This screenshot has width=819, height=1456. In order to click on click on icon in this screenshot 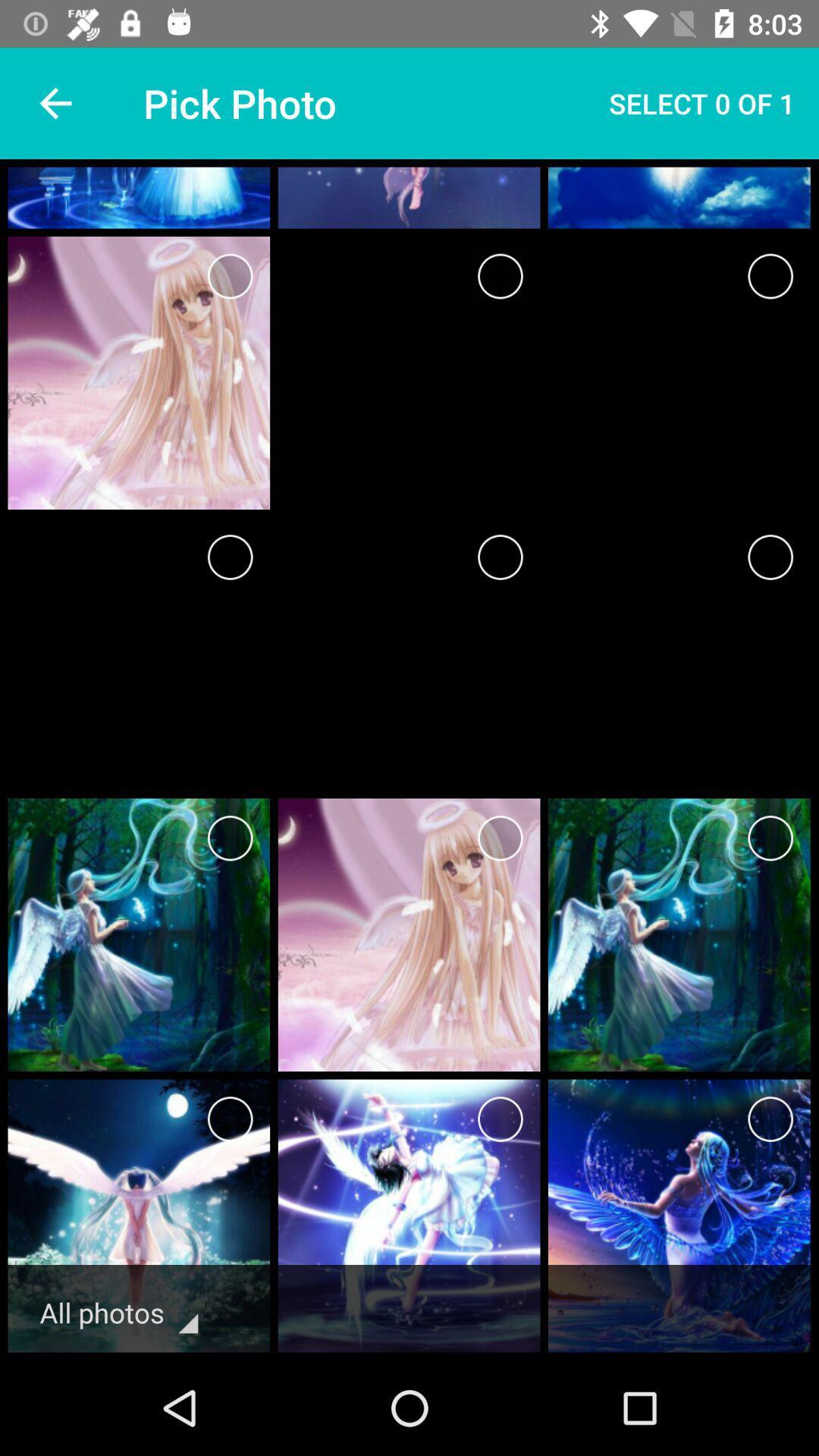, I will do `click(770, 1119)`.